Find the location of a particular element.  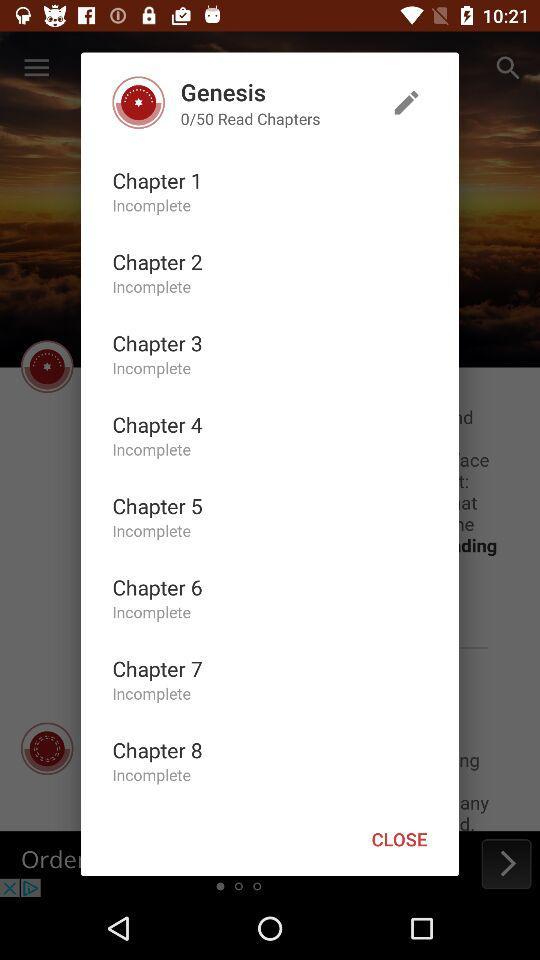

chapter 3 item is located at coordinates (156, 343).